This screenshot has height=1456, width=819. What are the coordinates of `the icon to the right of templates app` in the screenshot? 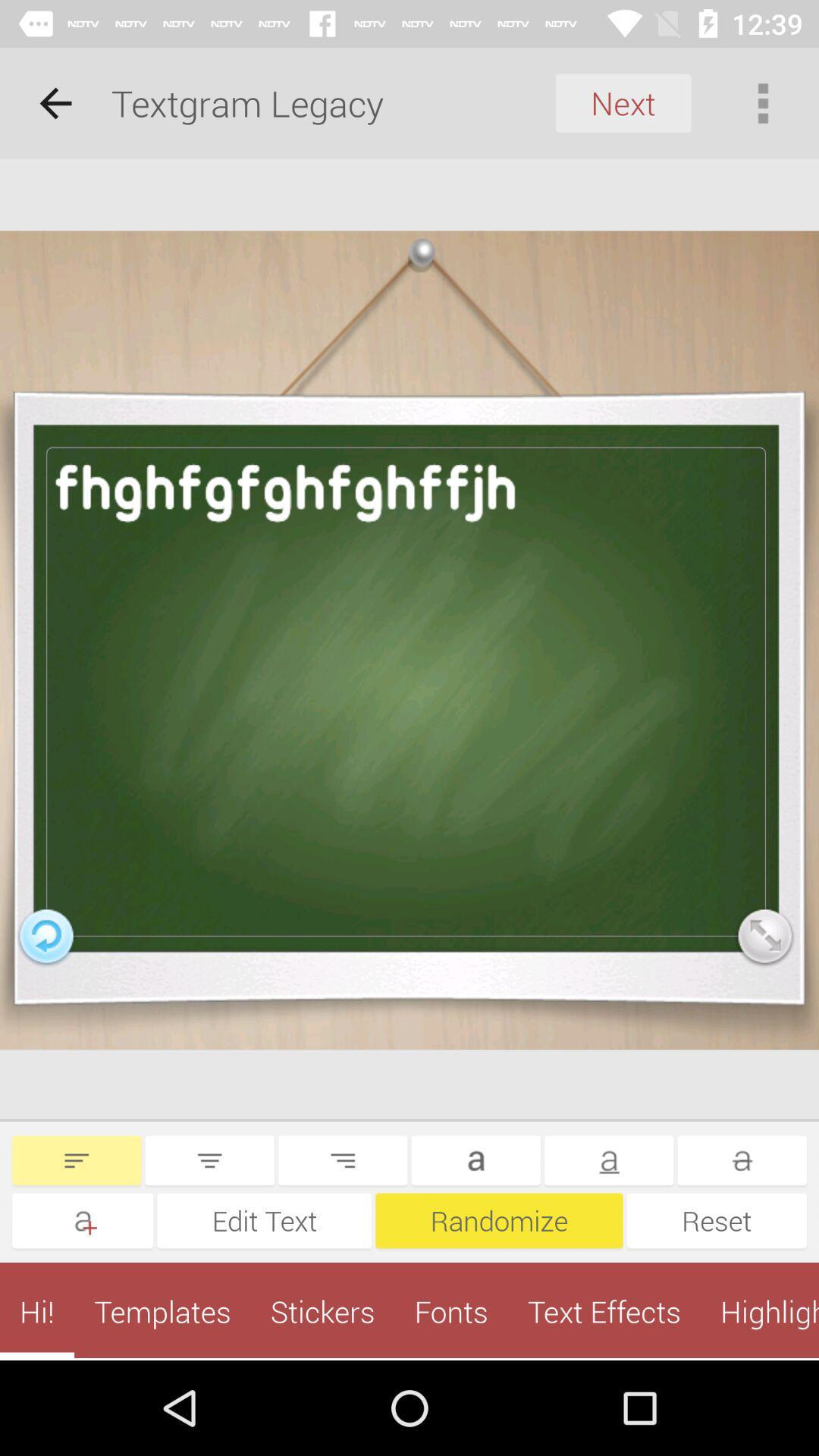 It's located at (322, 1310).